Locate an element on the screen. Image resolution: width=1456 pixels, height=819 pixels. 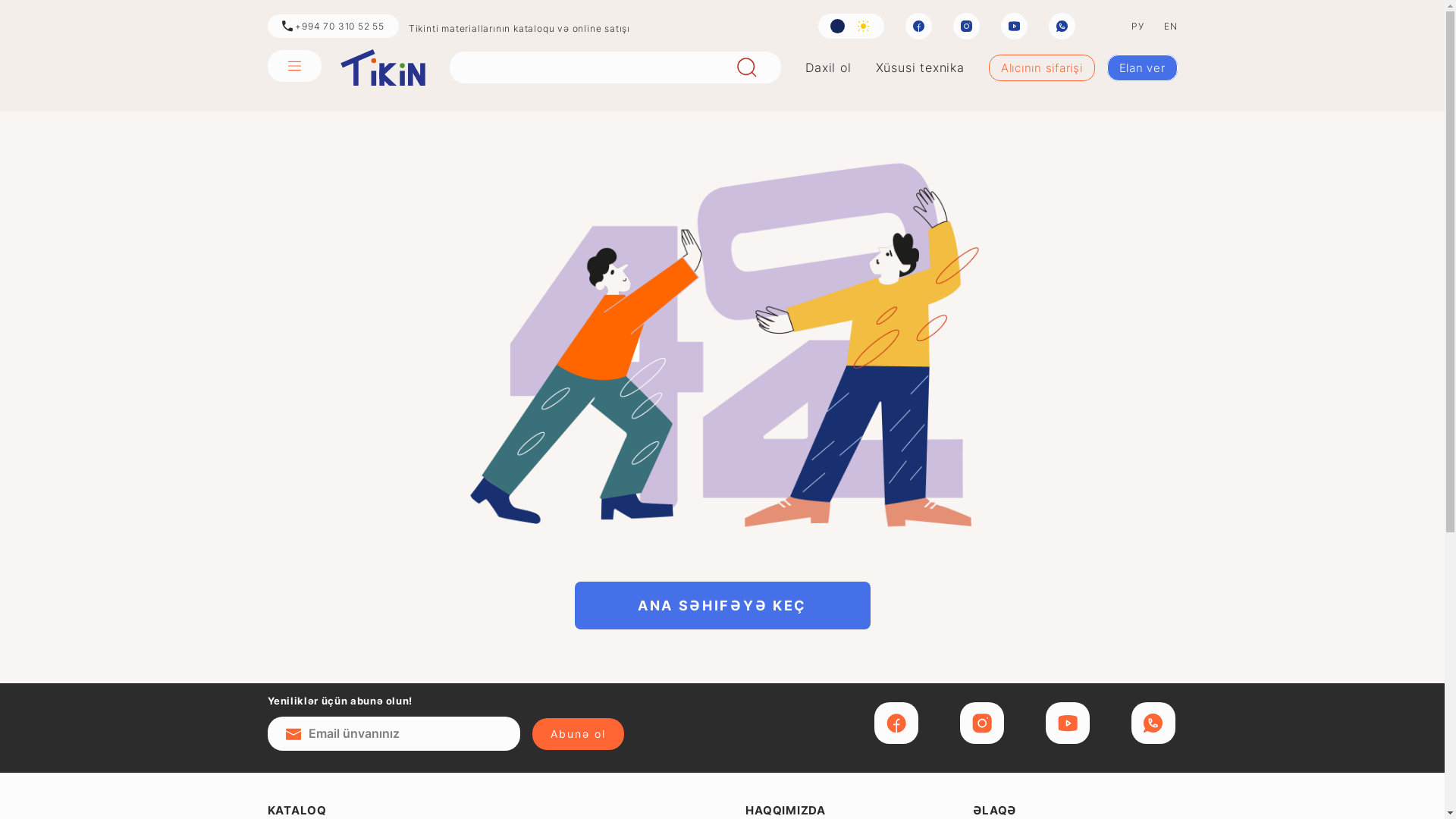
' +994 70 310 52 55' is located at coordinates (331, 26).